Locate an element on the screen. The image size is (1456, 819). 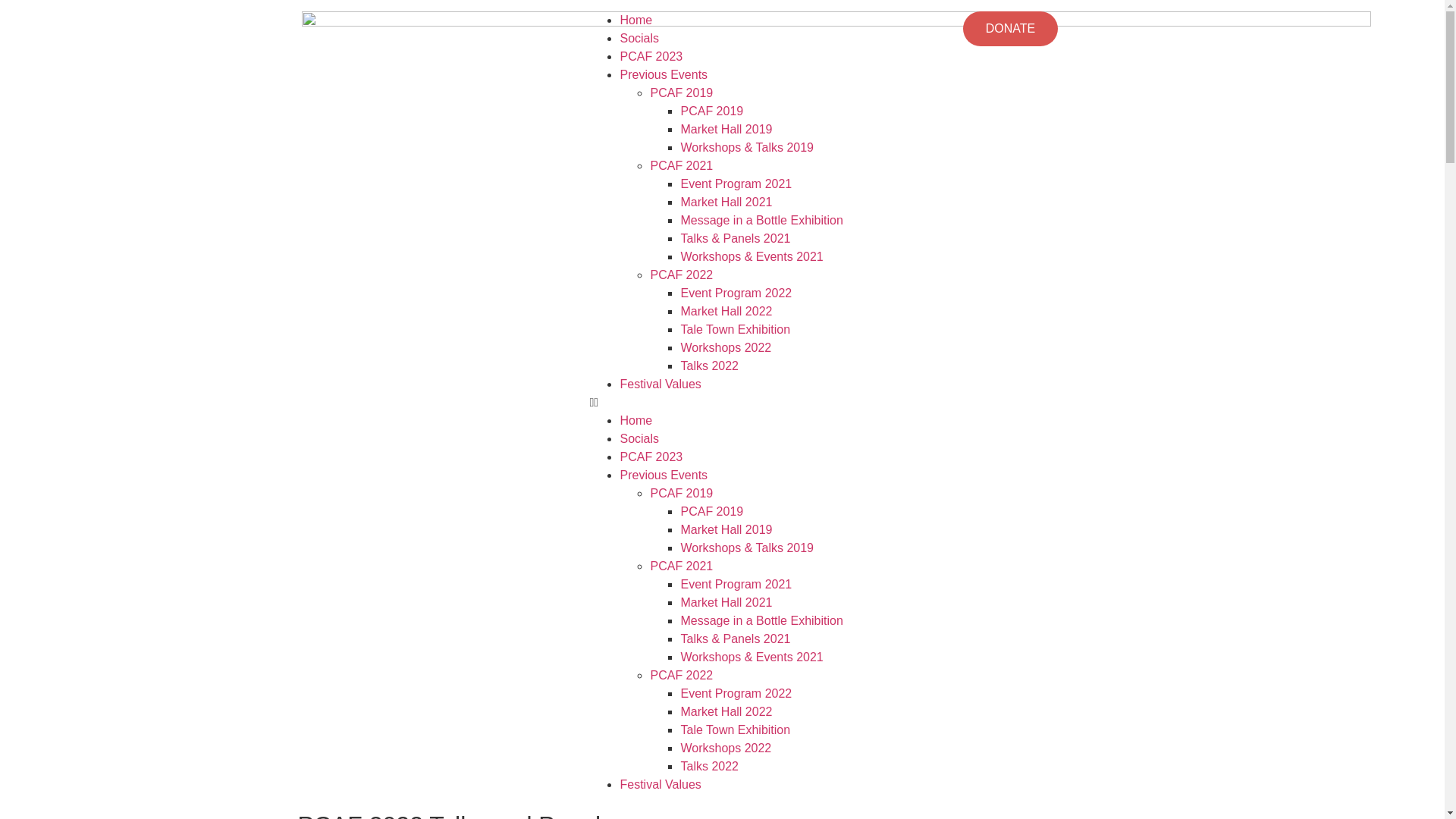
'Festival Values' is located at coordinates (619, 383).